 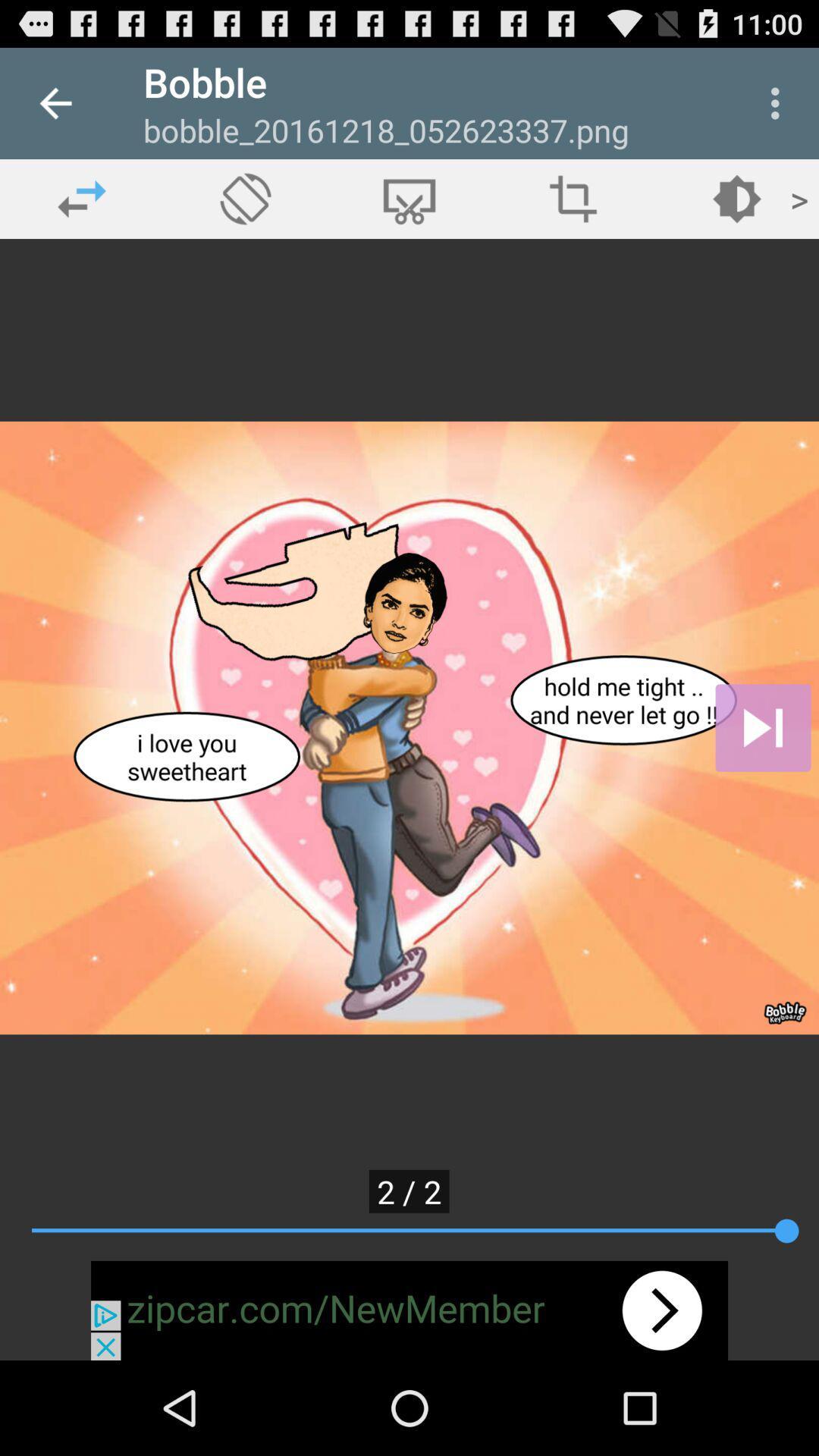 What do you see at coordinates (245, 198) in the screenshot?
I see `the auto rotate option on the page` at bounding box center [245, 198].